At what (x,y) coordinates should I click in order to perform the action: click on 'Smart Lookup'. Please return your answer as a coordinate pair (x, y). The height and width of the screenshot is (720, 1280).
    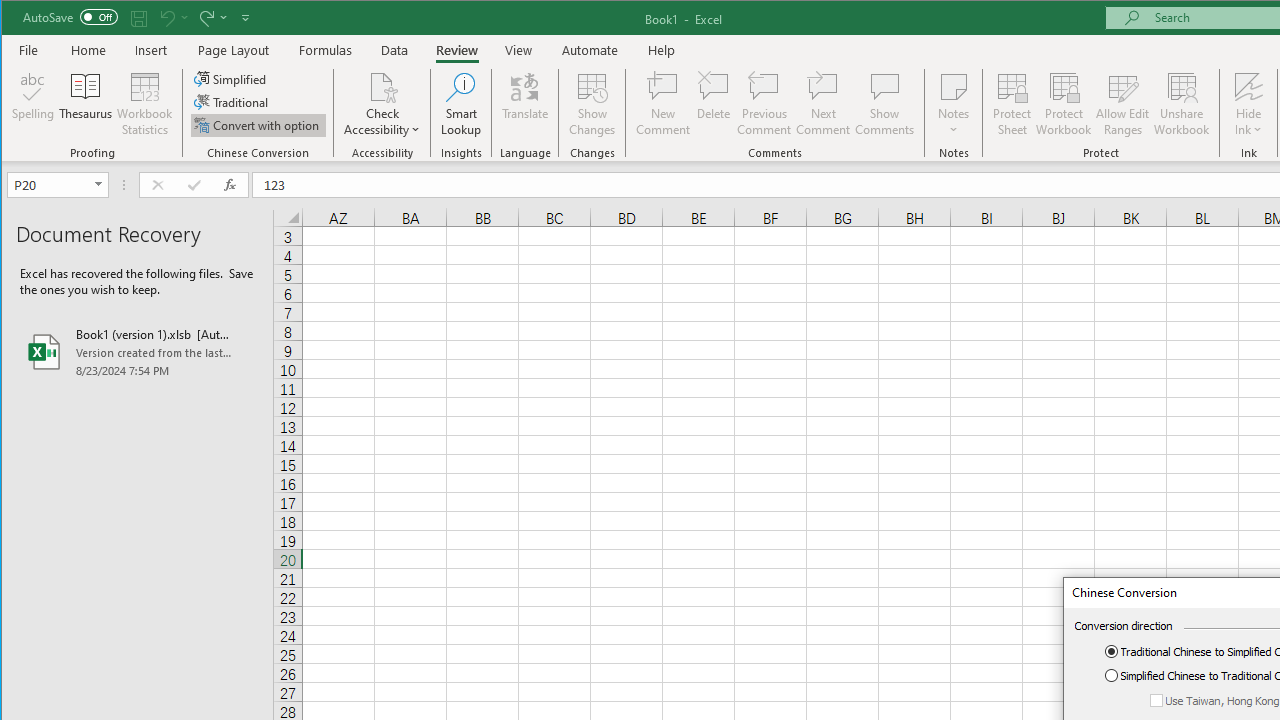
    Looking at the image, I should click on (460, 104).